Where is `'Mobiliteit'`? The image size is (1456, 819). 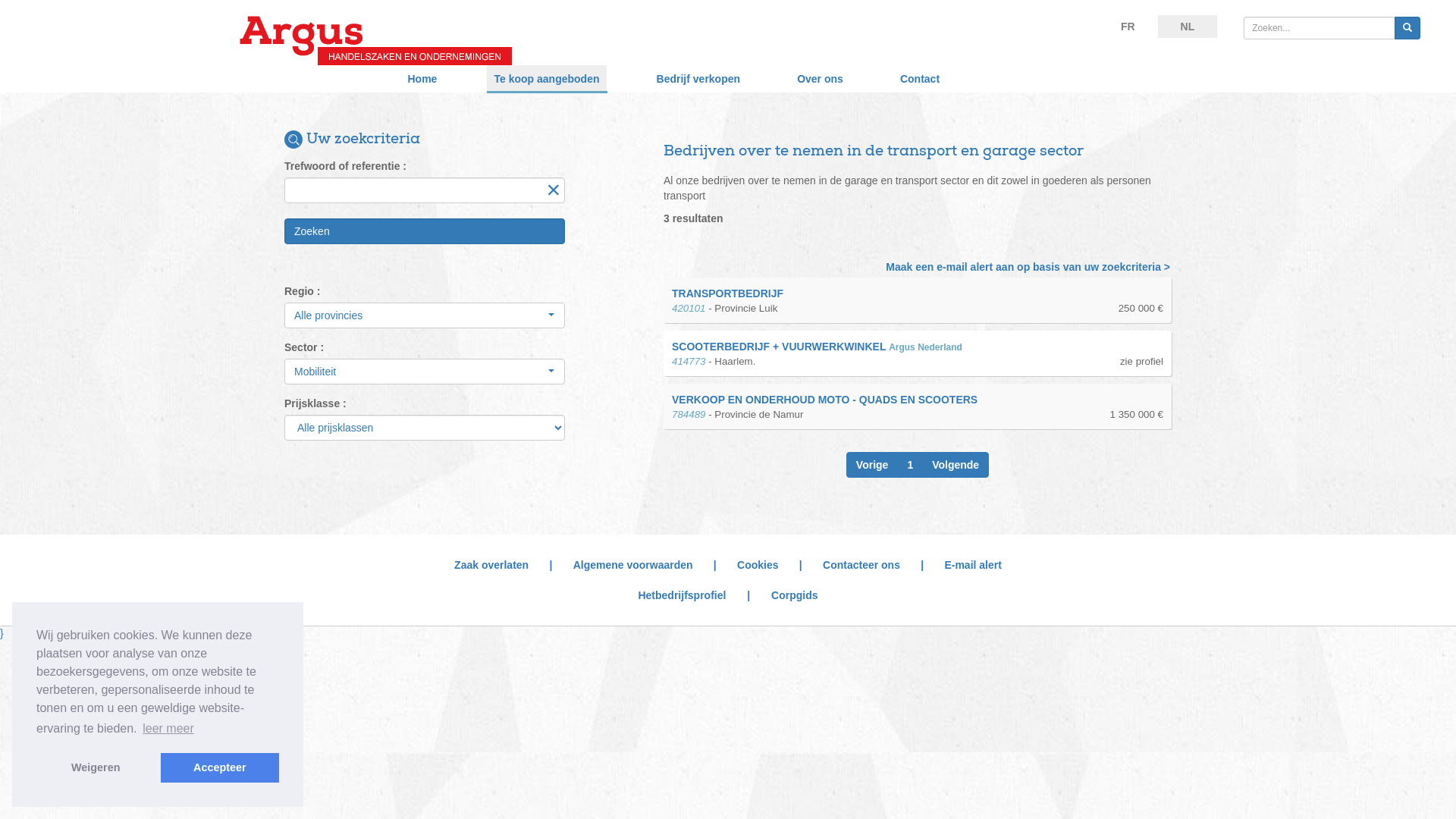
'Mobiliteit' is located at coordinates (425, 371).